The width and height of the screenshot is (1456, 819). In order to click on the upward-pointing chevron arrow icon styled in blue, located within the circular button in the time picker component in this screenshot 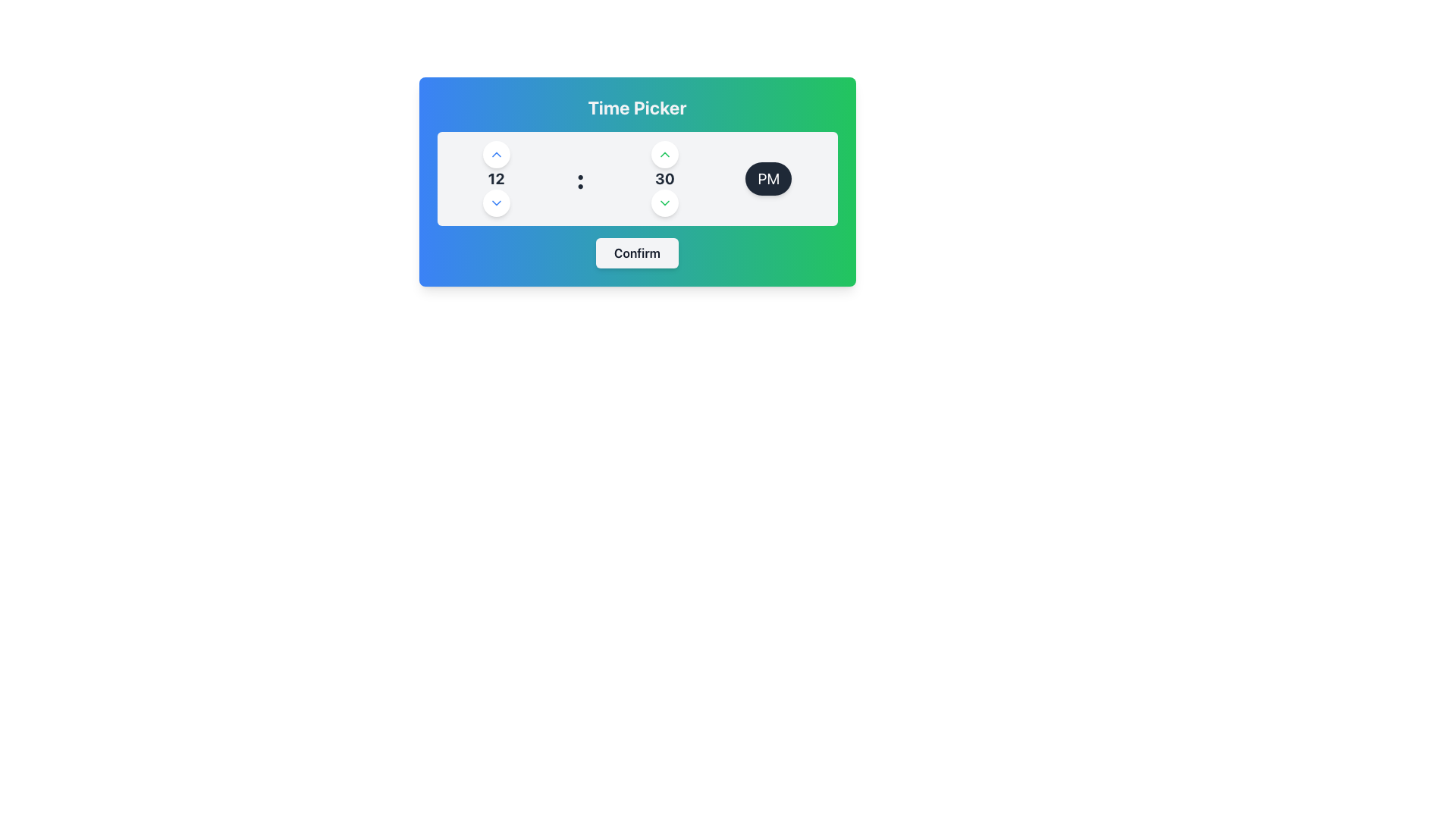, I will do `click(496, 155)`.